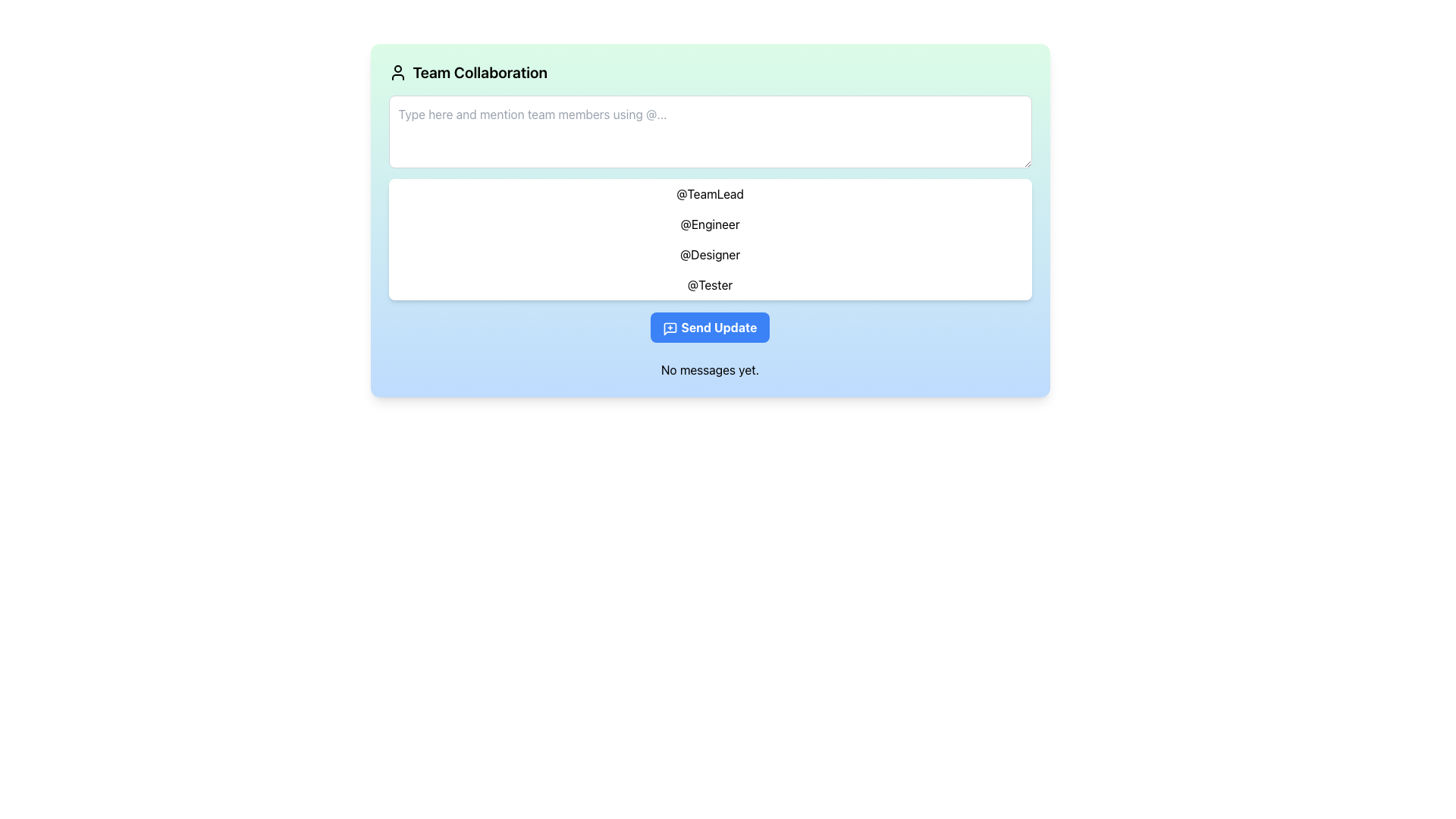 The width and height of the screenshot is (1456, 819). Describe the element at coordinates (397, 73) in the screenshot. I see `the 'Team Collaboration' icon which visually represents the collaborative purpose of the section, located to the left of the text 'Team Collaboration'` at that location.